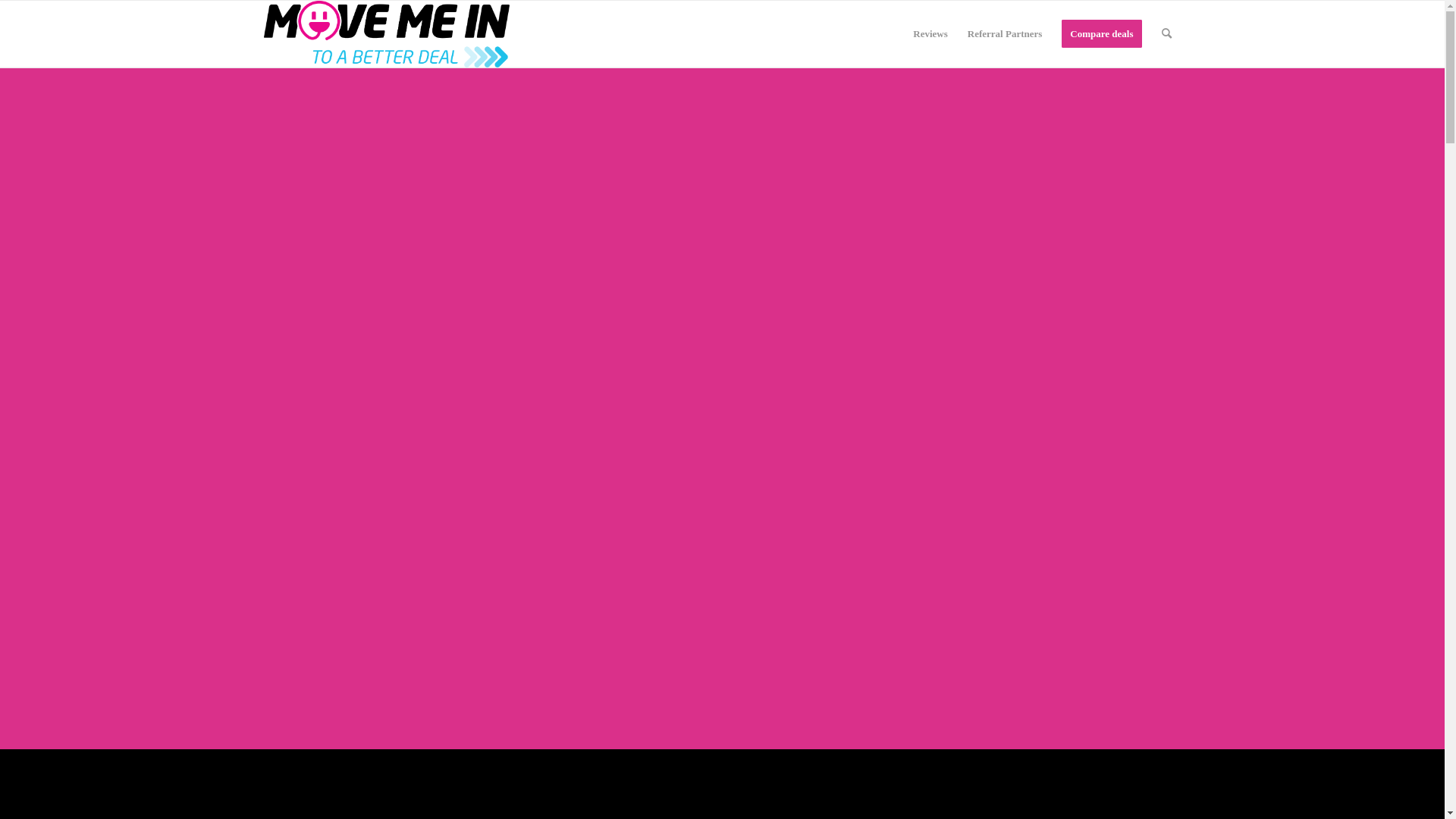  I want to click on 'Referral Partners', so click(956, 34).